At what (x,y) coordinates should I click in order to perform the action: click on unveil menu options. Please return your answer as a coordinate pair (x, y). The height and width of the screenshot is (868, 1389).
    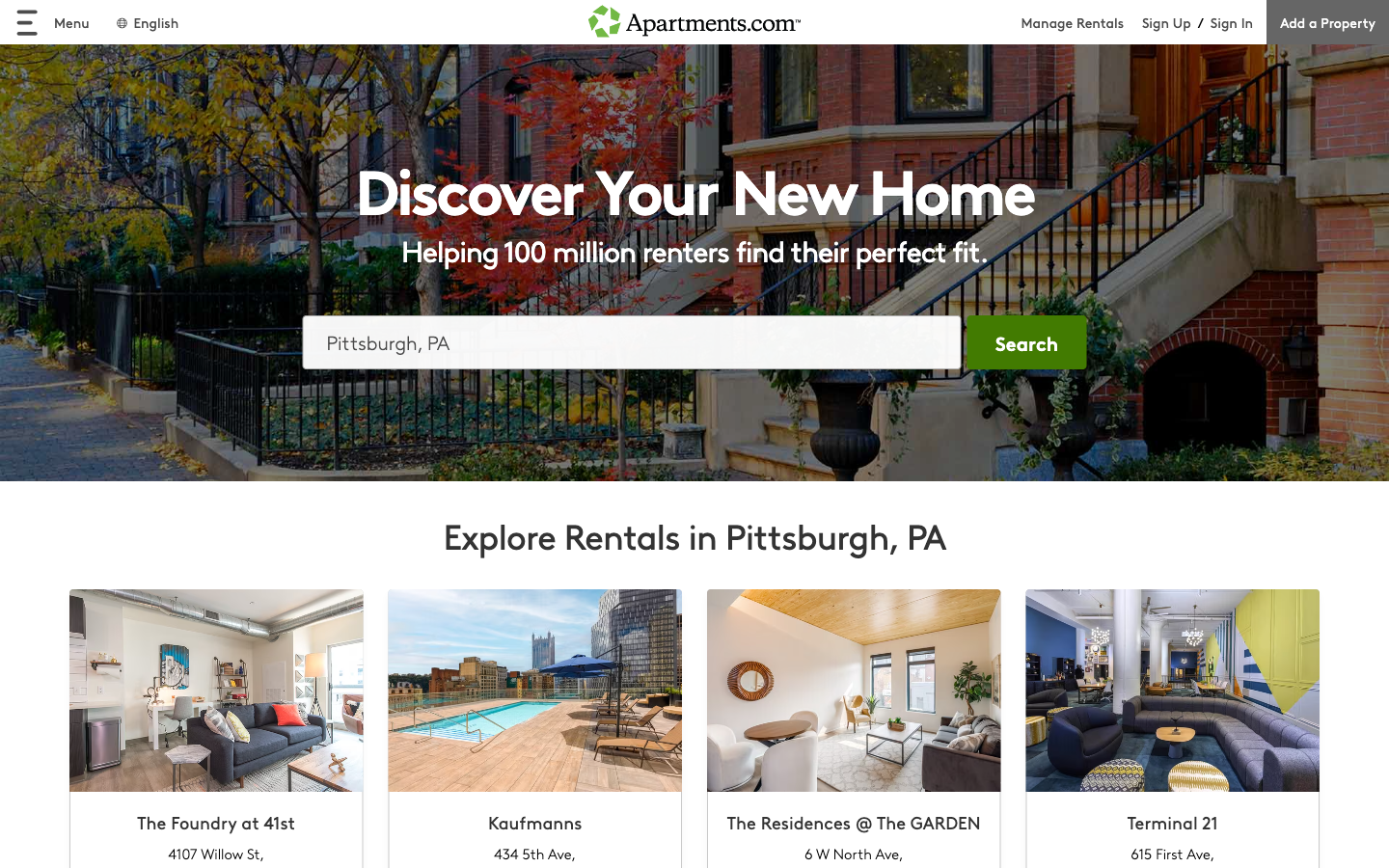
    Looking at the image, I should click on (51, 21).